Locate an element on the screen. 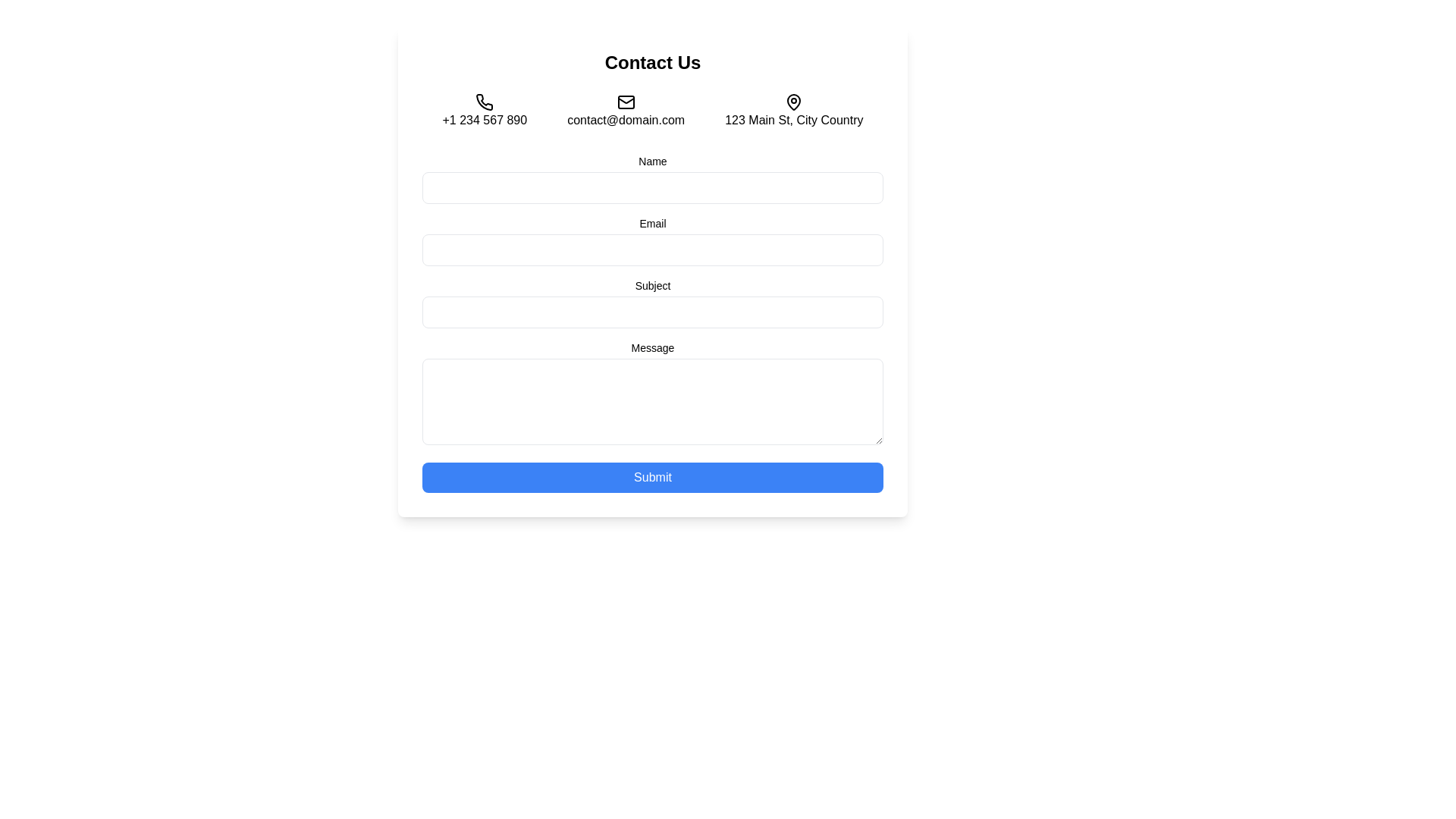  the phone number text label '+1 234 567 890' located in the 'Contact Us' section, positioned below the phone icon is located at coordinates (484, 119).